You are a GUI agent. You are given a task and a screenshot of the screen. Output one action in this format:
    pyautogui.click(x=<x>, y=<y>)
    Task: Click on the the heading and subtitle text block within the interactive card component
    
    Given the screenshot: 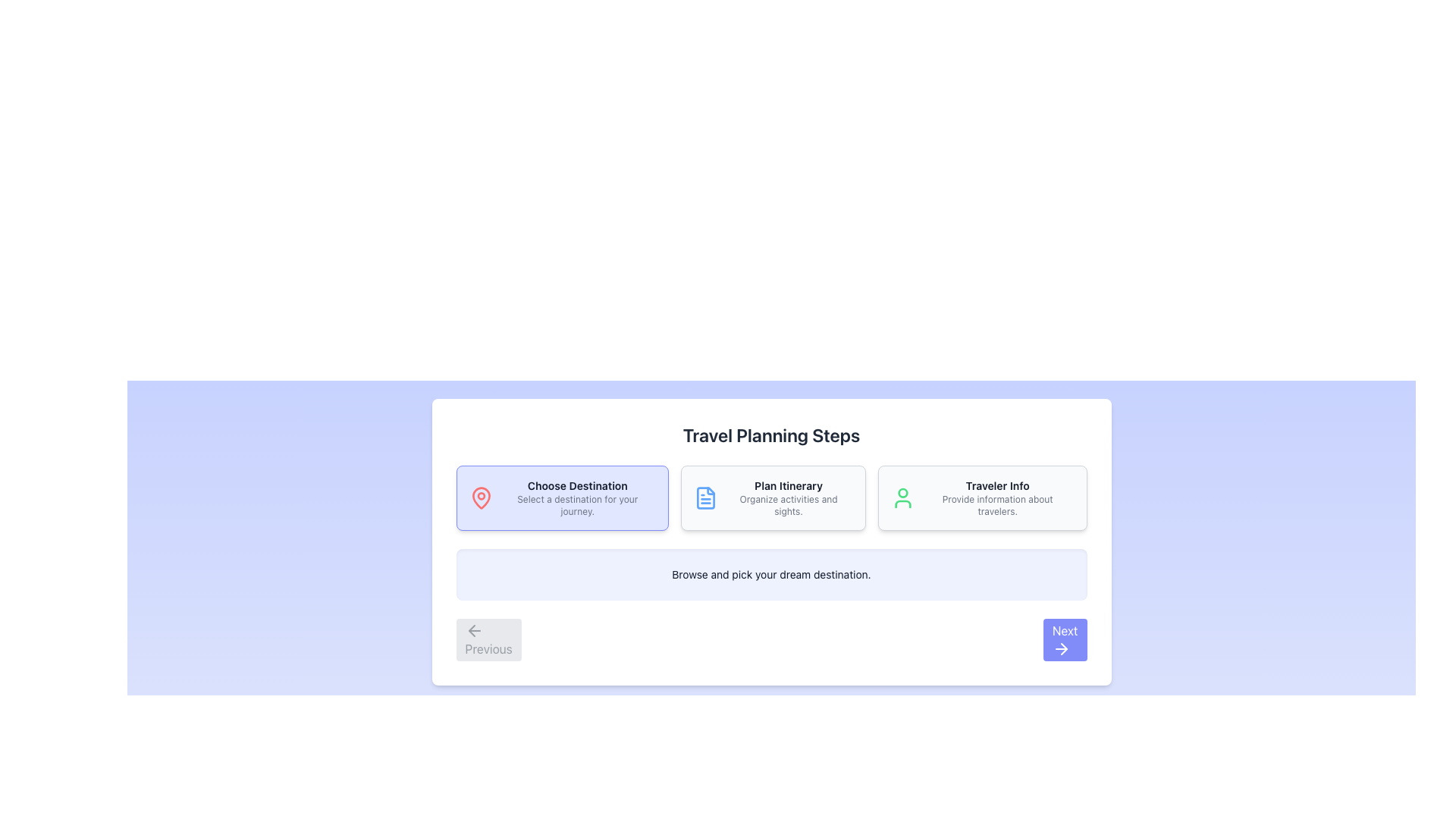 What is the action you would take?
    pyautogui.click(x=997, y=497)
    